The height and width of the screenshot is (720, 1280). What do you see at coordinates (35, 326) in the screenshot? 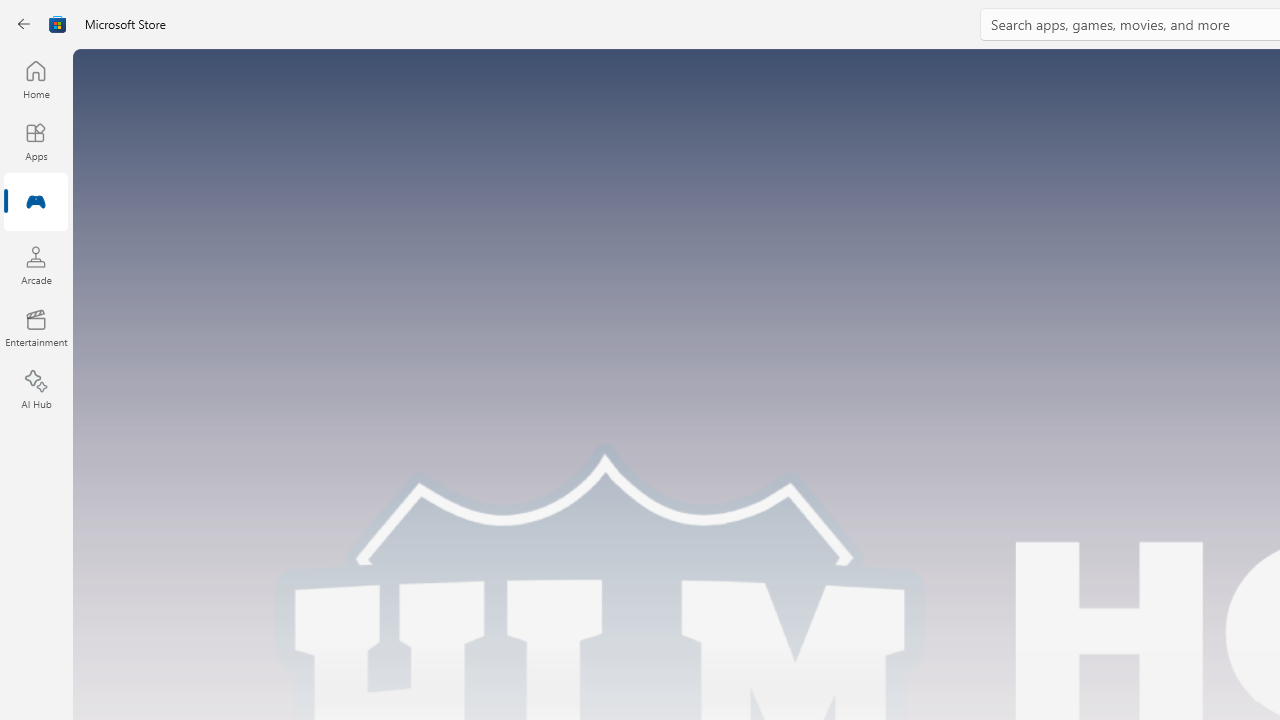
I see `'Entertainment'` at bounding box center [35, 326].